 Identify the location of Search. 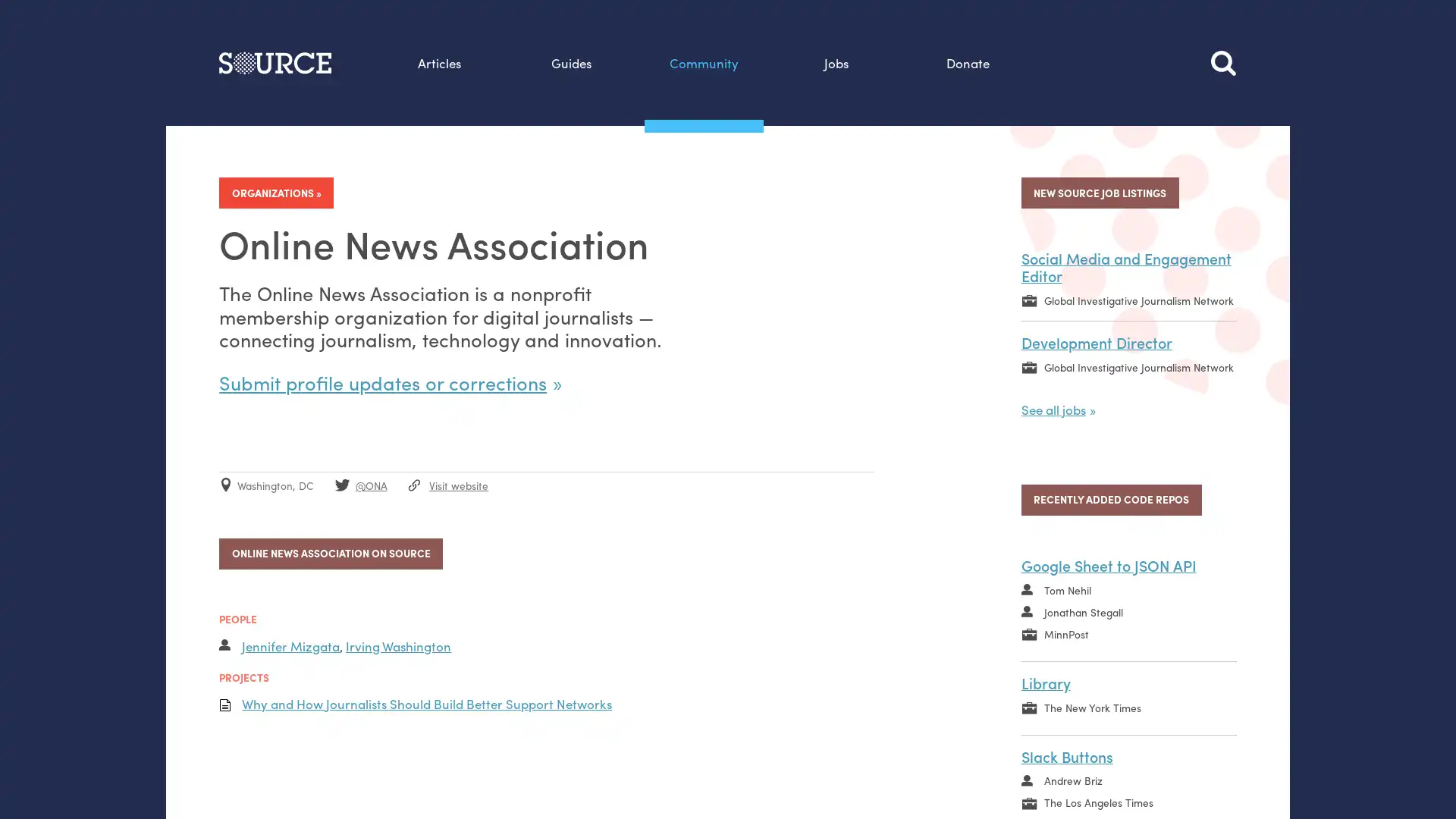
(1222, 197).